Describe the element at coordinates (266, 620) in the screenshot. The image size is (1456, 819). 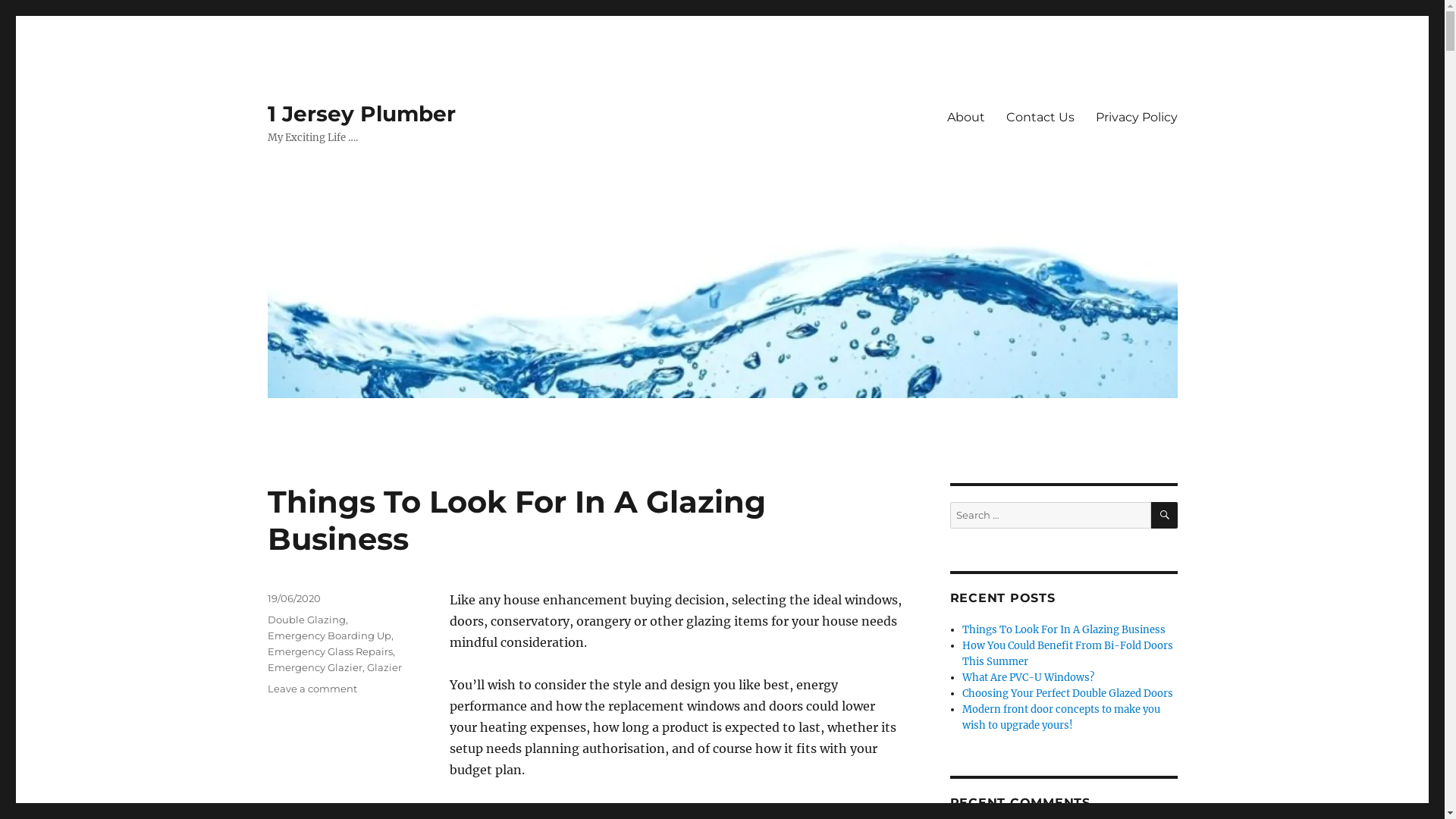
I see `'Double Glazing'` at that location.